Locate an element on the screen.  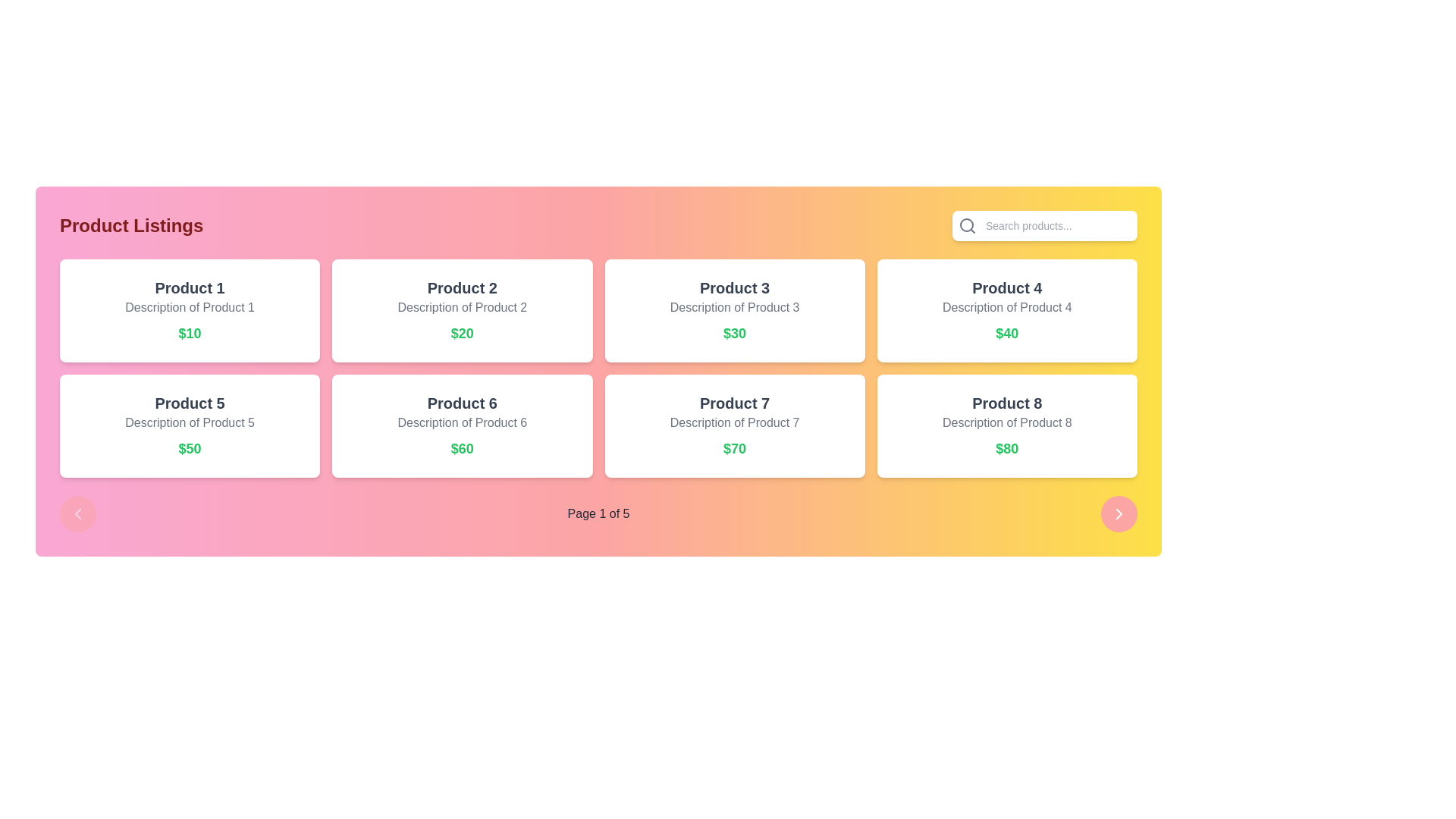
the Text label that identifies 'Product 5', located at the top of the product card, which is the first card on the second row of the grid layout is located at coordinates (189, 403).